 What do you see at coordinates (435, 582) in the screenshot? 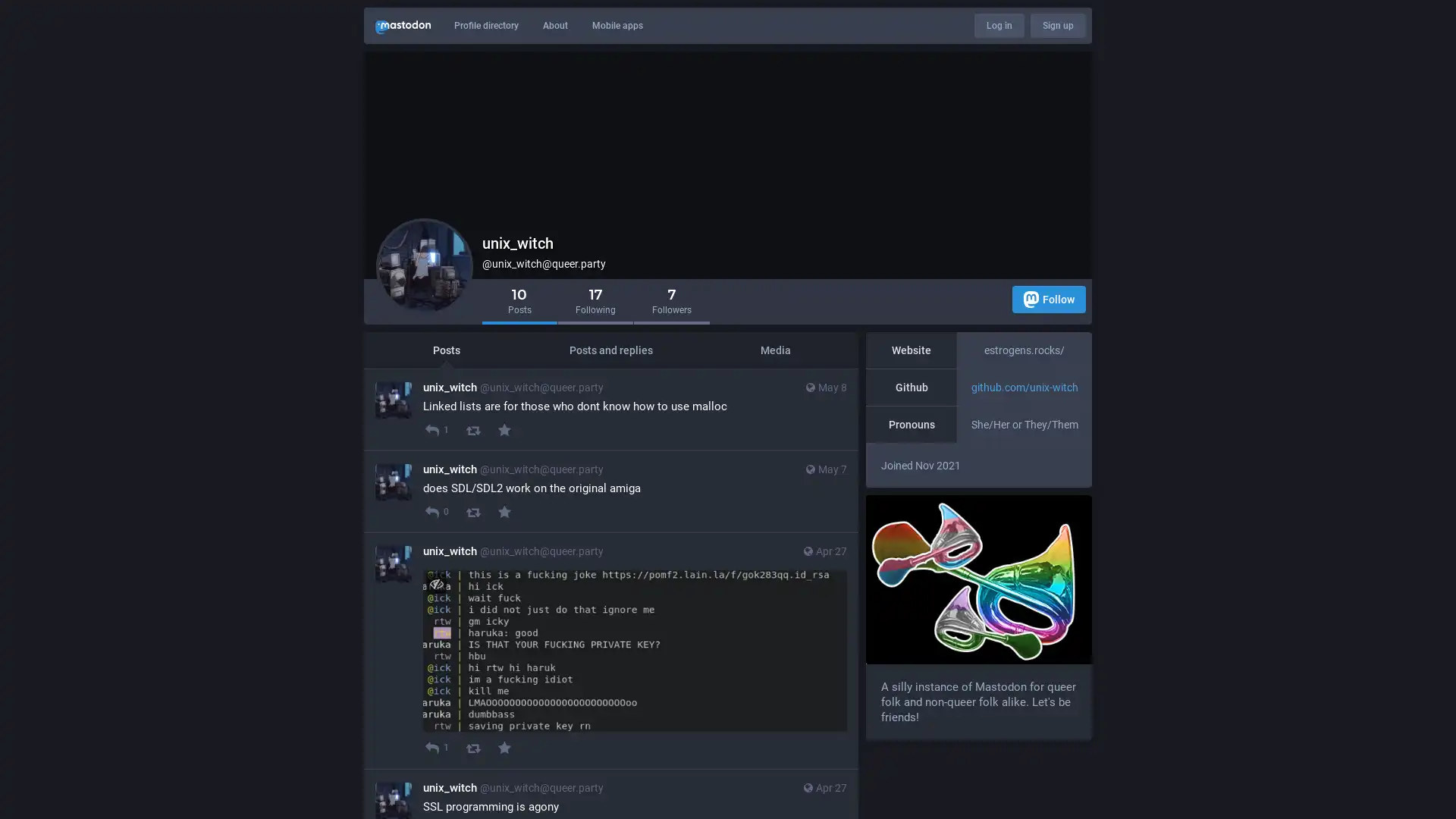
I see `Hide image` at bounding box center [435, 582].